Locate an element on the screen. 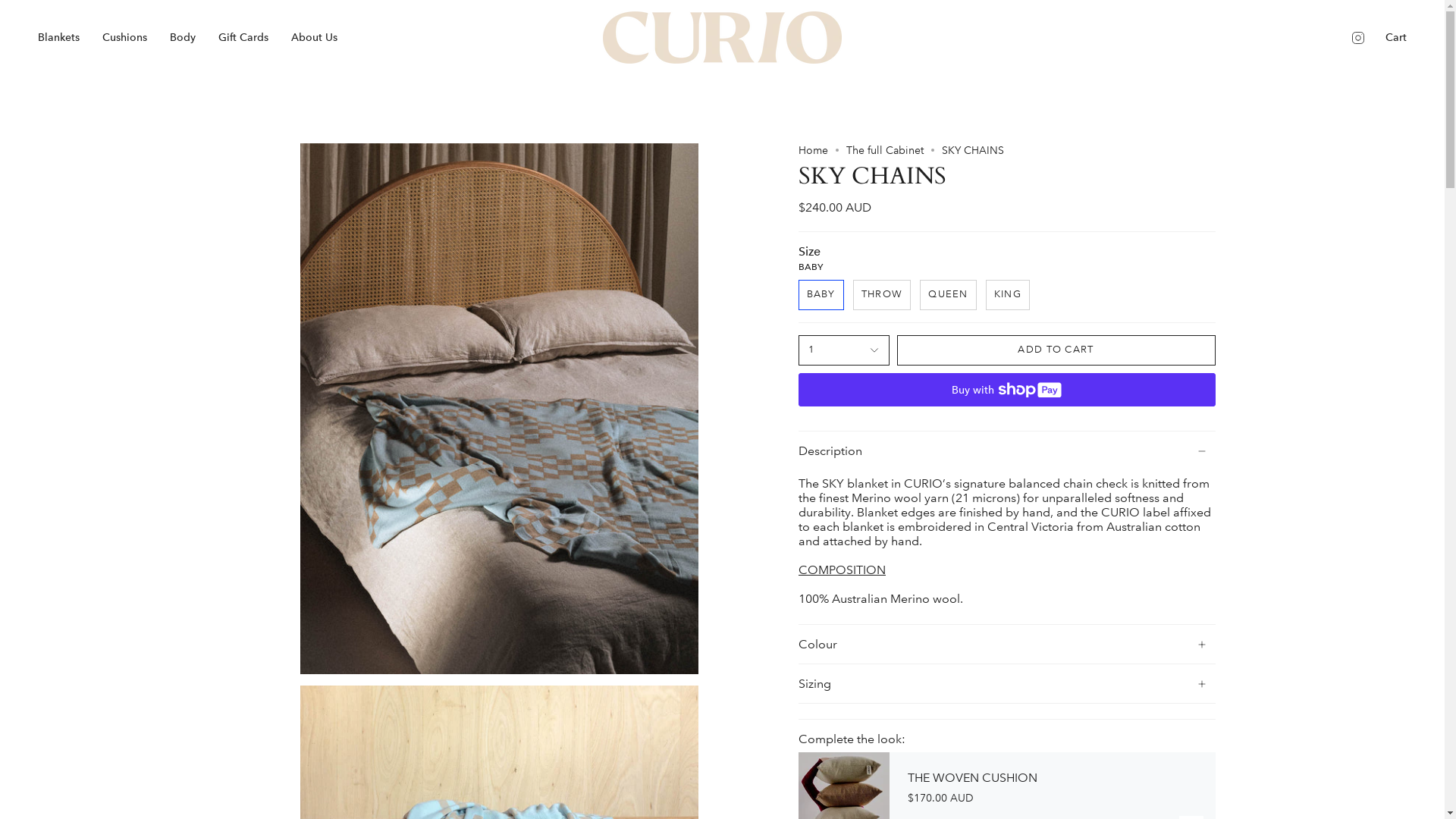  'About Us' is located at coordinates (313, 36).